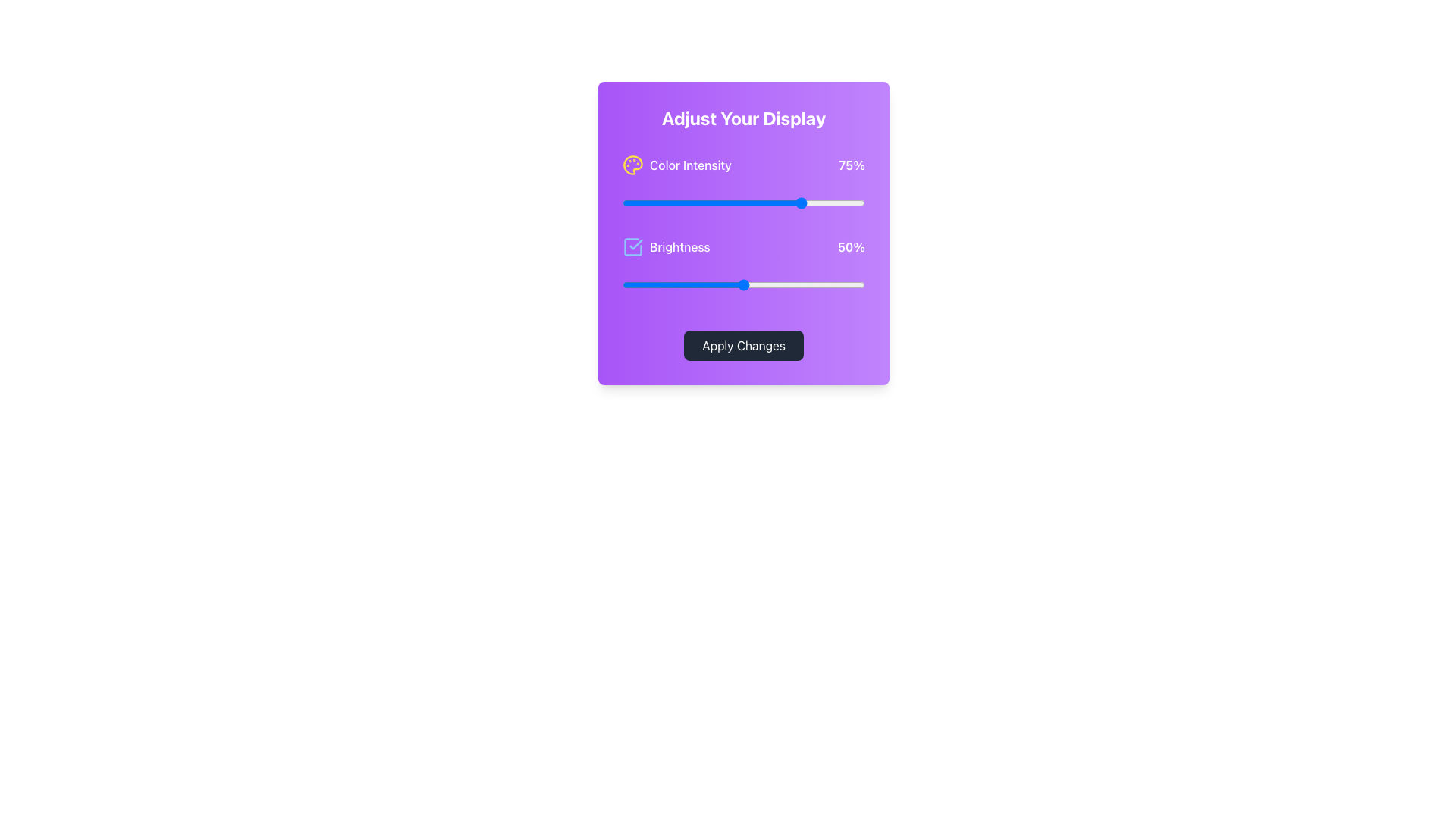  Describe the element at coordinates (833, 202) in the screenshot. I see `the slider` at that location.